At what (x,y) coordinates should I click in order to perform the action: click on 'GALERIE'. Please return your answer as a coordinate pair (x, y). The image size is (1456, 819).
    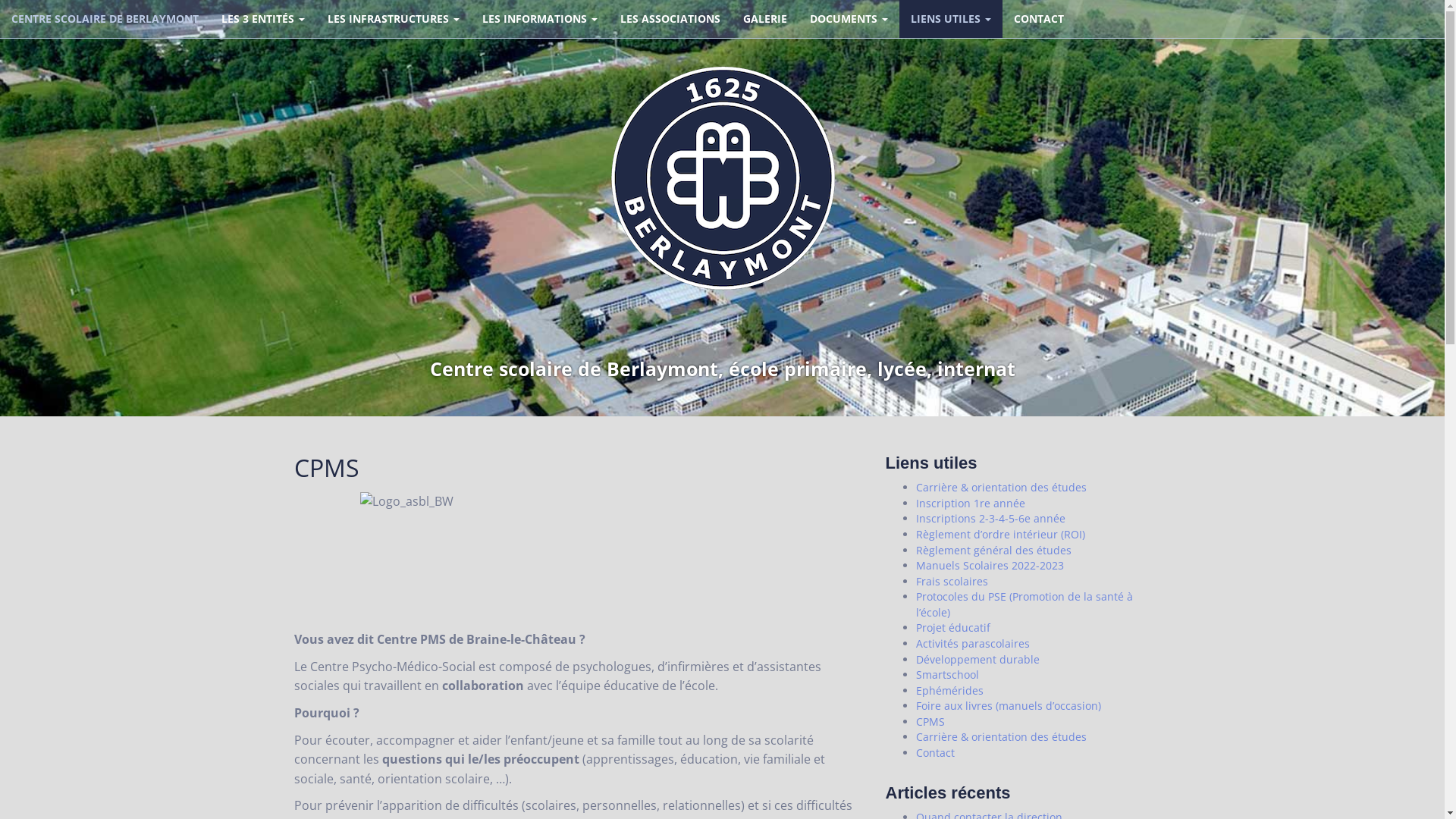
    Looking at the image, I should click on (764, 18).